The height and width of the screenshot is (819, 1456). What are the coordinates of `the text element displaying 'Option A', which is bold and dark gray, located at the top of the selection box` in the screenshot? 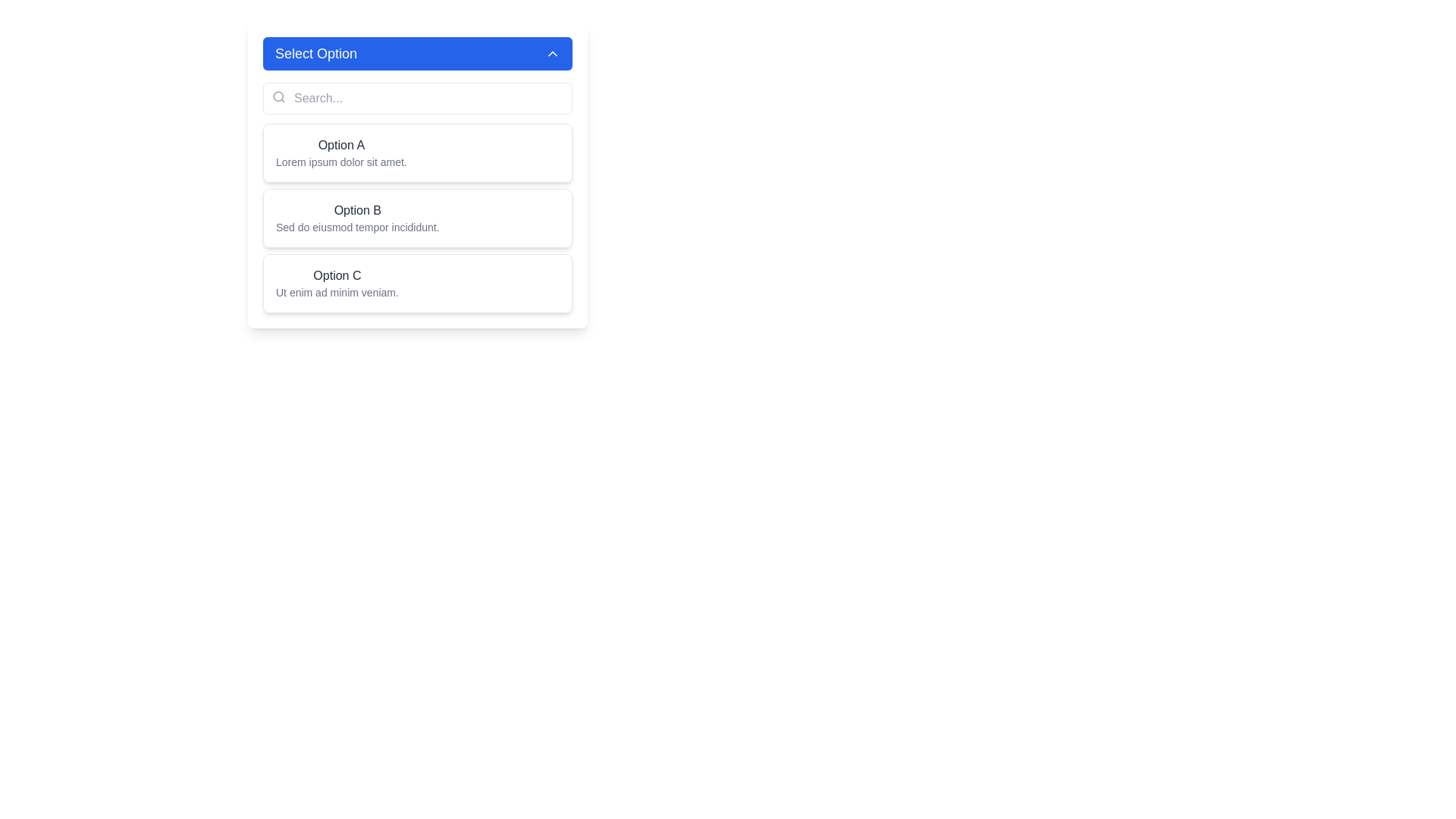 It's located at (340, 146).